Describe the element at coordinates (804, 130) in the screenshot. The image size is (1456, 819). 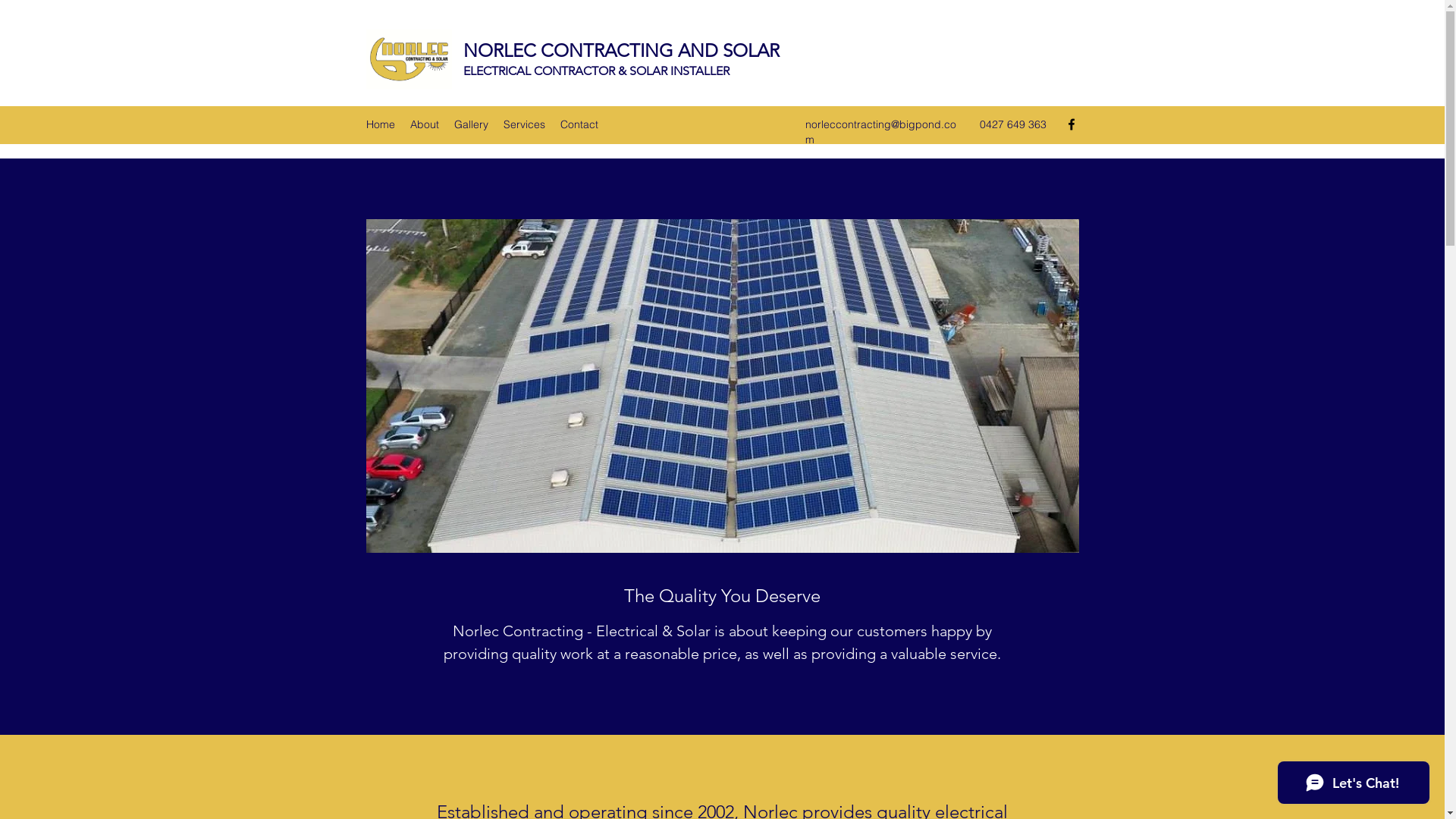
I see `'norleccontracting@bigpond.com'` at that location.